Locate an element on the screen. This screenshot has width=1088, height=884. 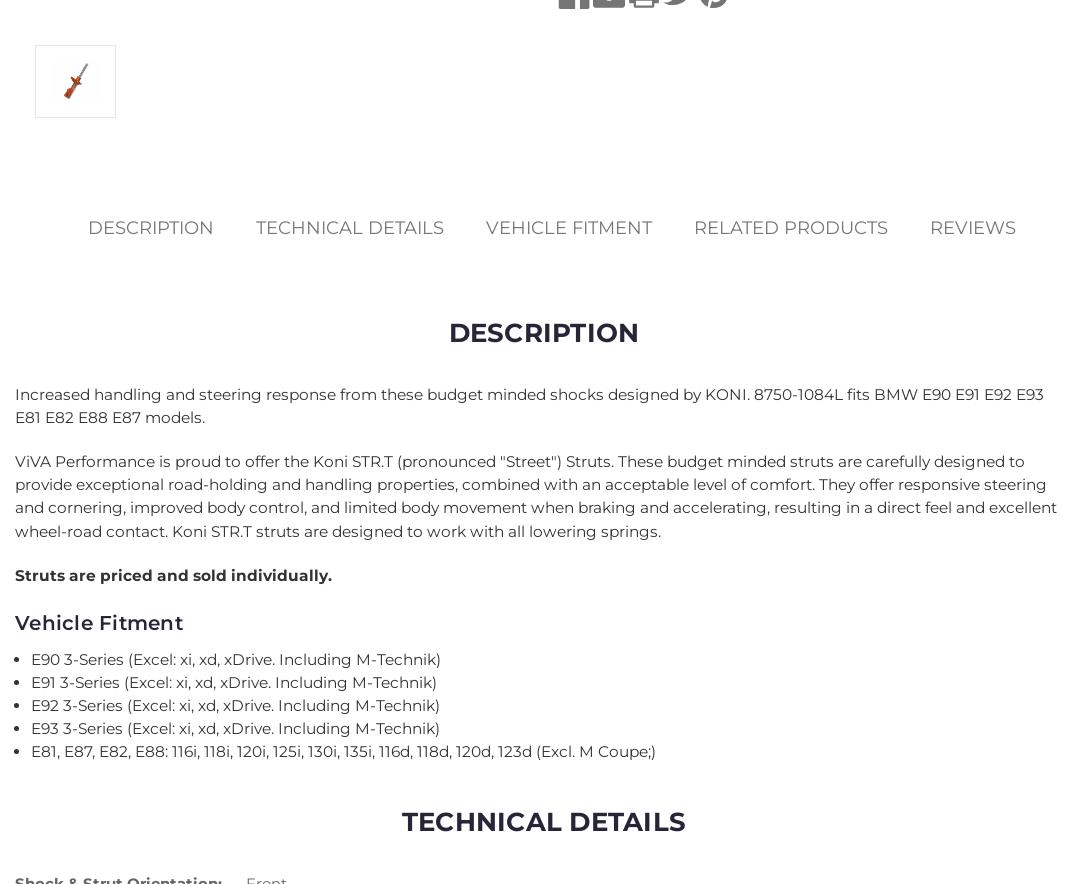
'DESCRIPTION' is located at coordinates (542, 332).